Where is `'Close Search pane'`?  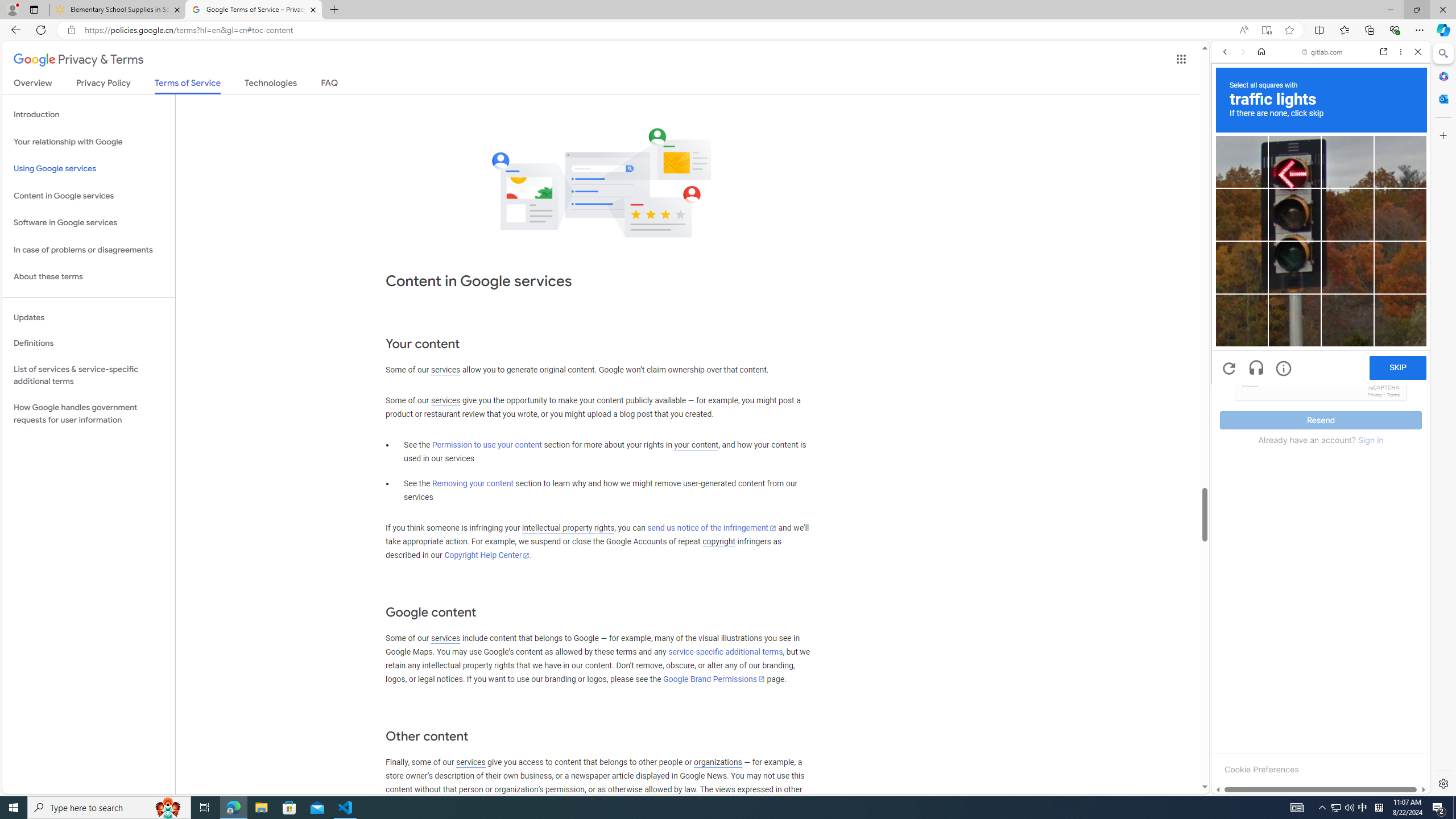 'Close Search pane' is located at coordinates (1442, 53).